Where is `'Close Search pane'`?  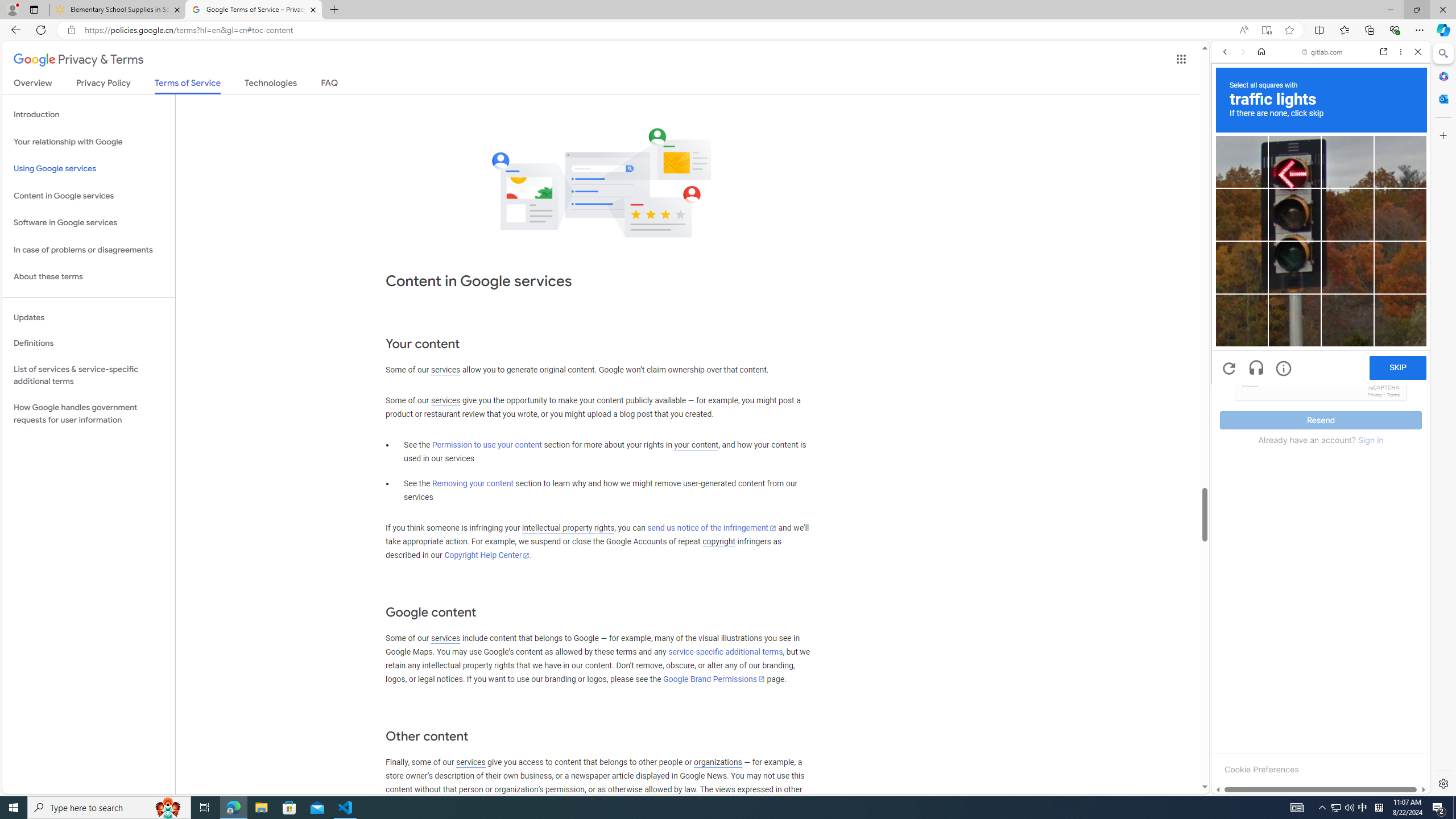 'Close Search pane' is located at coordinates (1442, 53).